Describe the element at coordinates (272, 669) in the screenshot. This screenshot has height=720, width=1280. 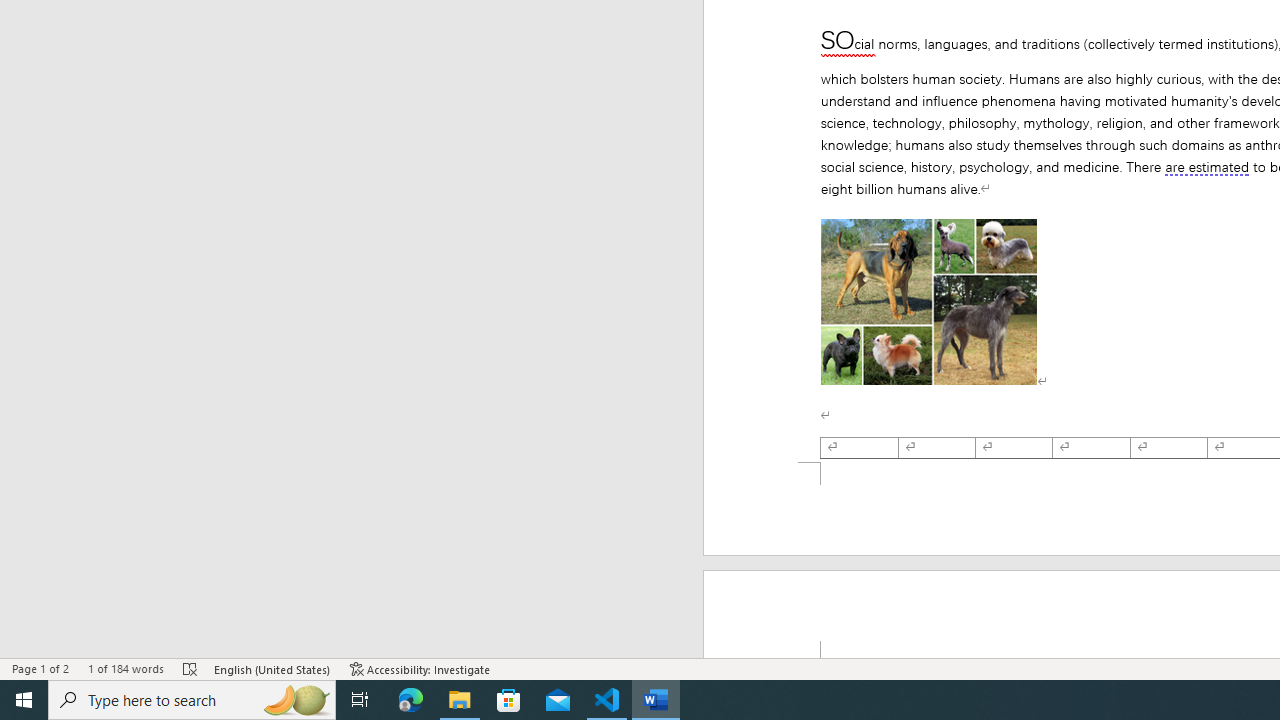
I see `'Language English (United States)'` at that location.